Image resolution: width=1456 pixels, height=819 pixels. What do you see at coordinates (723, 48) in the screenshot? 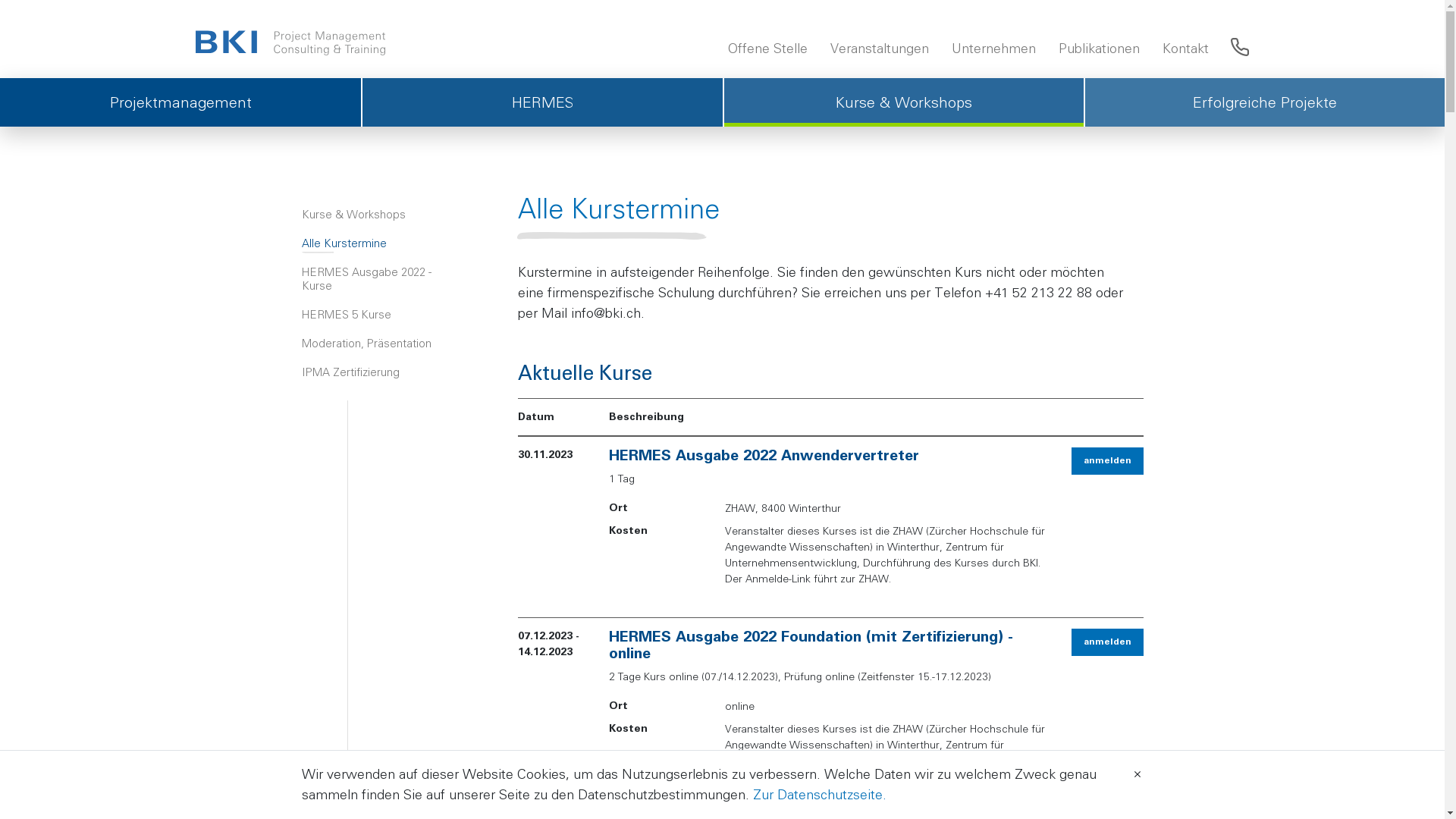
I see `'Offene Stelle'` at bounding box center [723, 48].